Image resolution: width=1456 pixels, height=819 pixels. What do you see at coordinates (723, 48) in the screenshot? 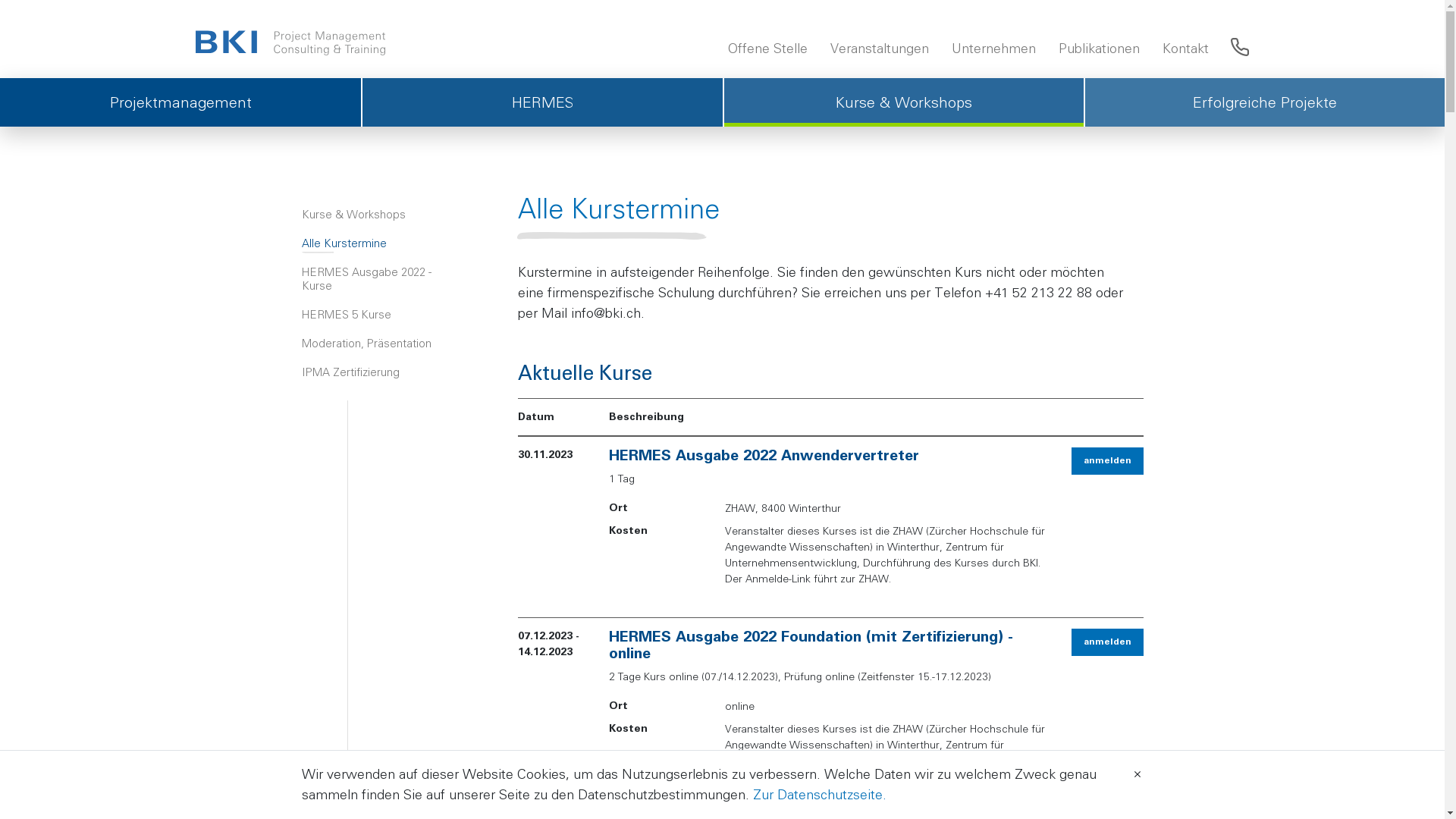
I see `'Offene Stelle'` at bounding box center [723, 48].